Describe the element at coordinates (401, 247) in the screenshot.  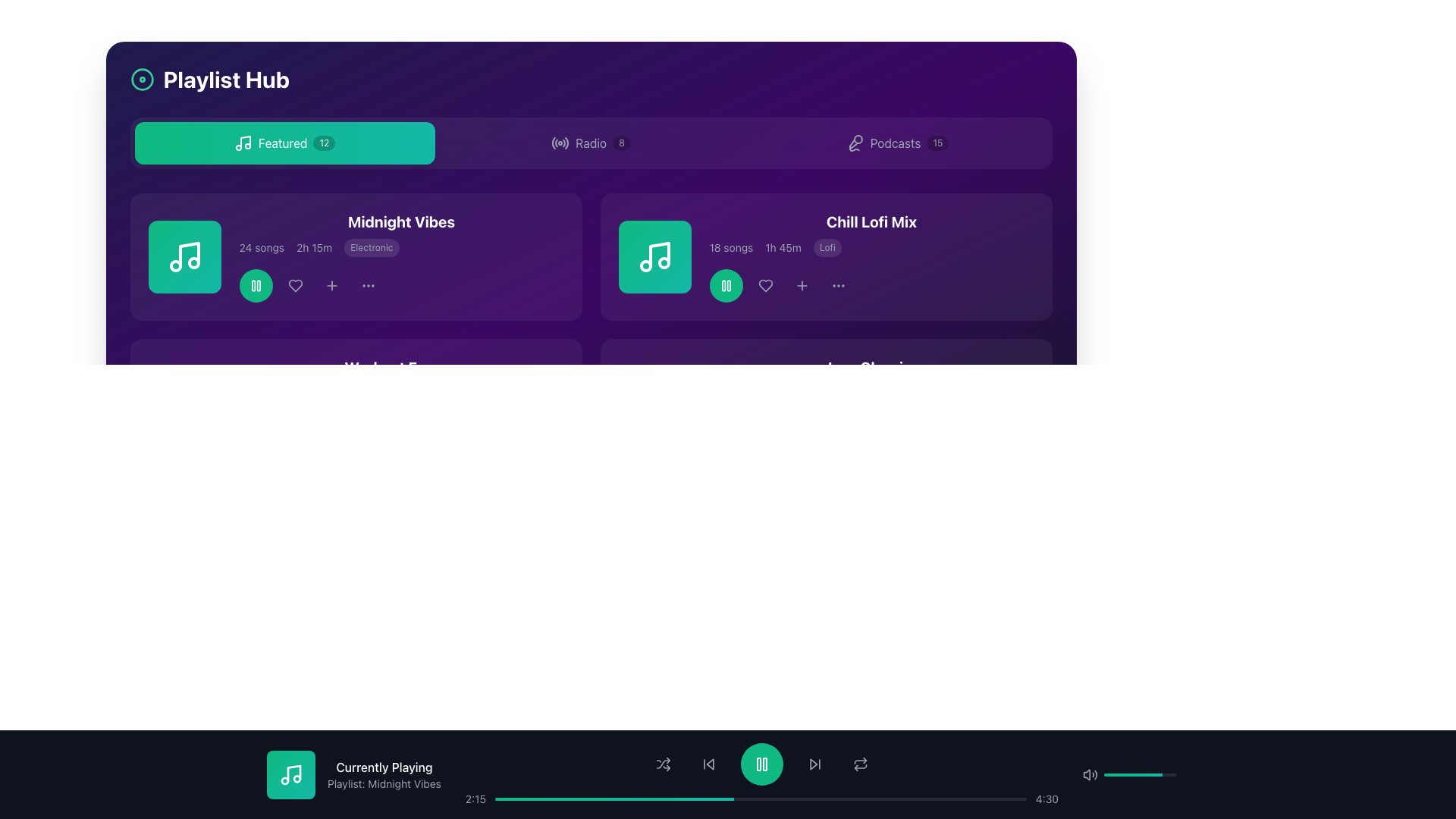
I see `individual metadata pieces displayed in the text group within the playlist card titled 'Midnight Vibes', located centrally below the title text` at that location.